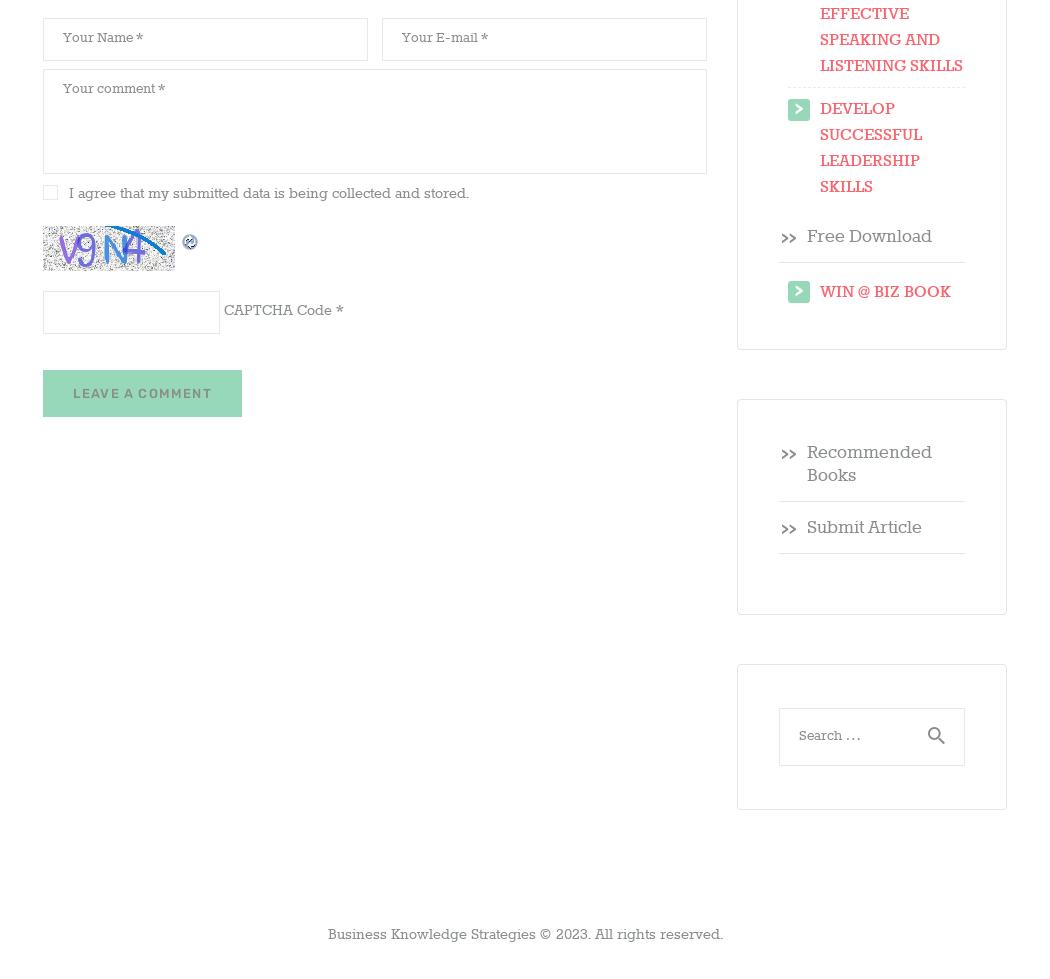 This screenshot has height=979, width=1050. What do you see at coordinates (813, 718) in the screenshot?
I see `'Search for:'` at bounding box center [813, 718].